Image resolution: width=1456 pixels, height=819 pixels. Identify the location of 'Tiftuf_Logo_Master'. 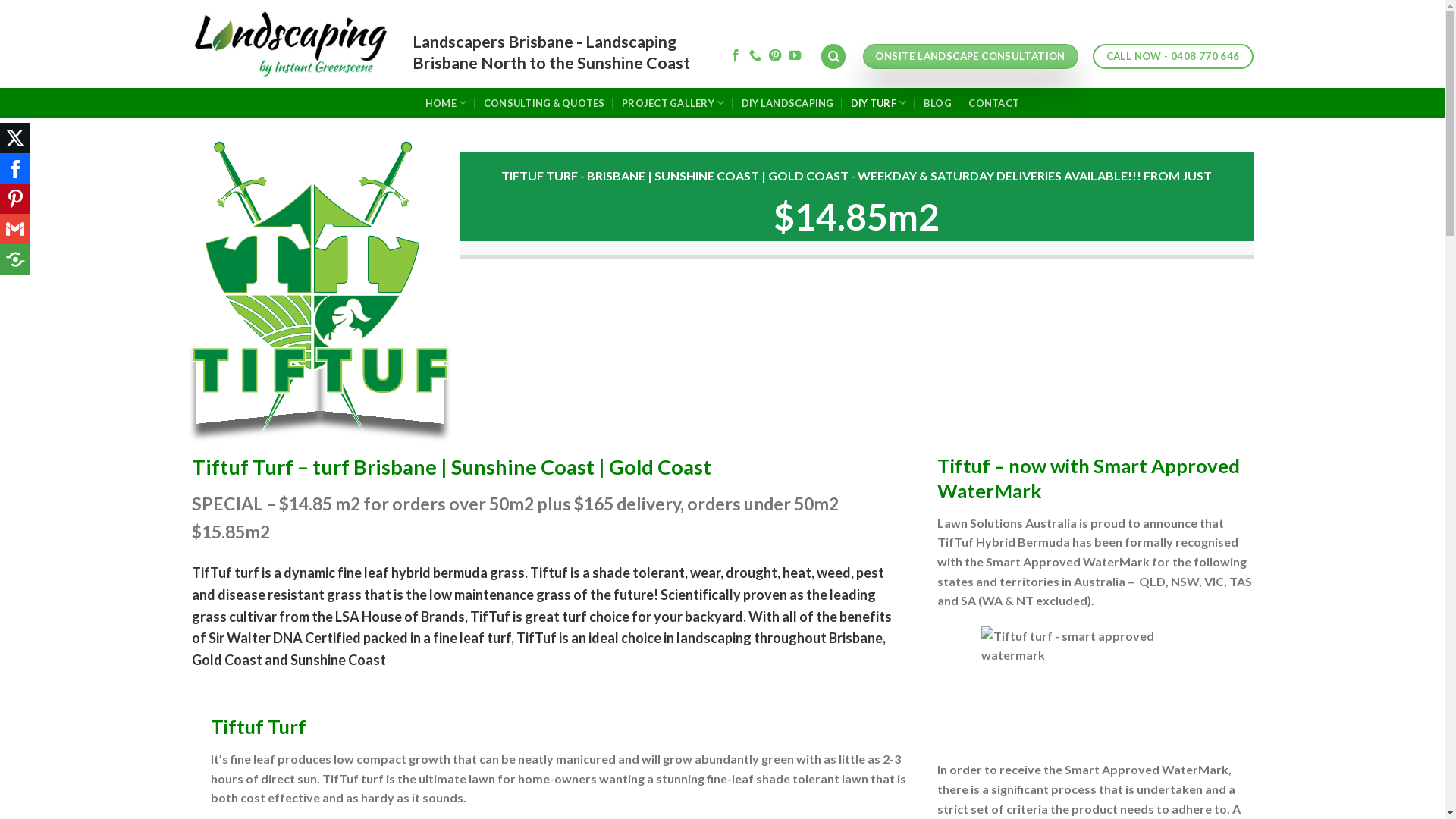
(318, 286).